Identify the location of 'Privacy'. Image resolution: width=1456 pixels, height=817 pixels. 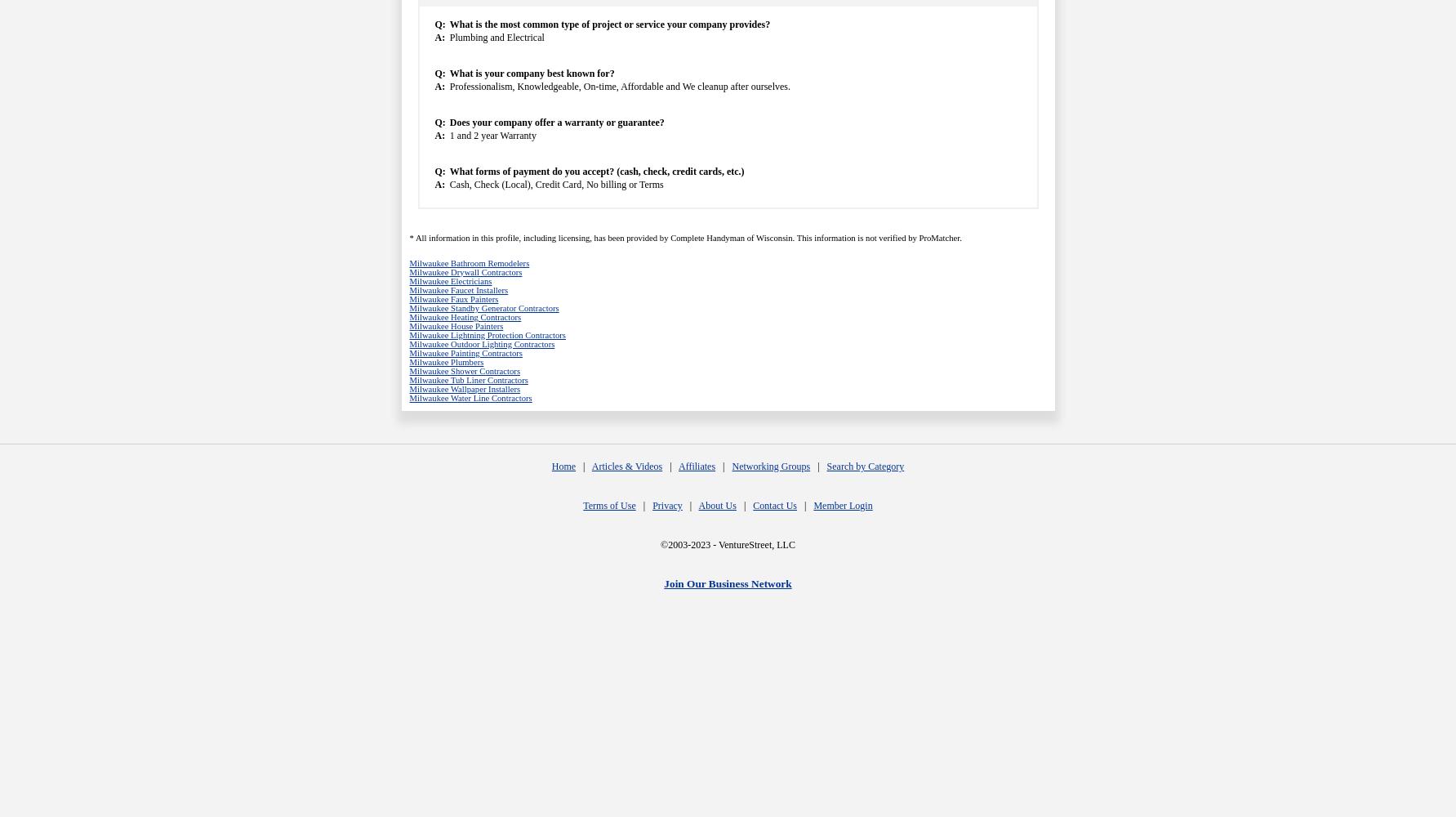
(666, 505).